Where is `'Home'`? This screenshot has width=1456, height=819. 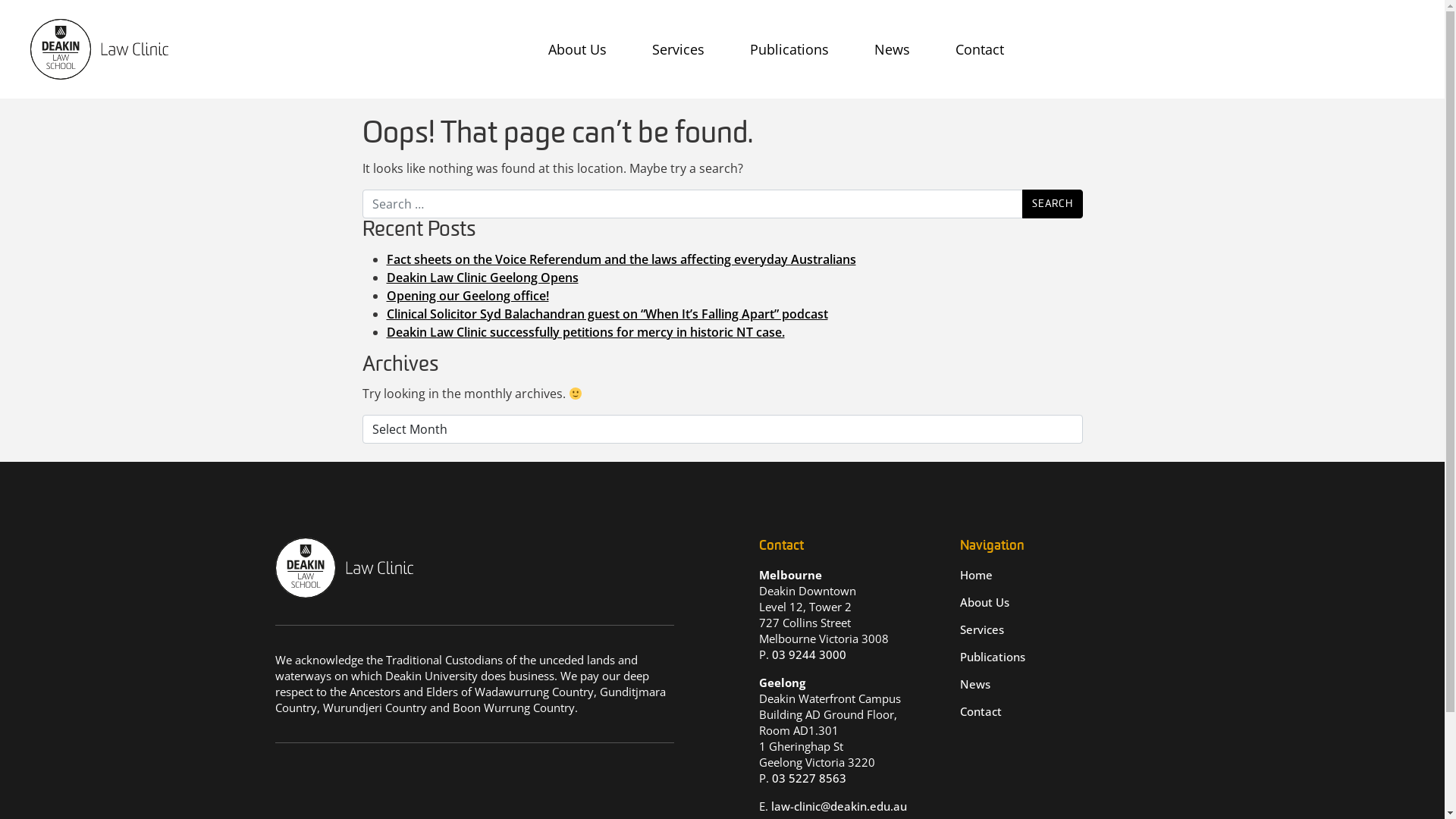
'Home' is located at coordinates (976, 575).